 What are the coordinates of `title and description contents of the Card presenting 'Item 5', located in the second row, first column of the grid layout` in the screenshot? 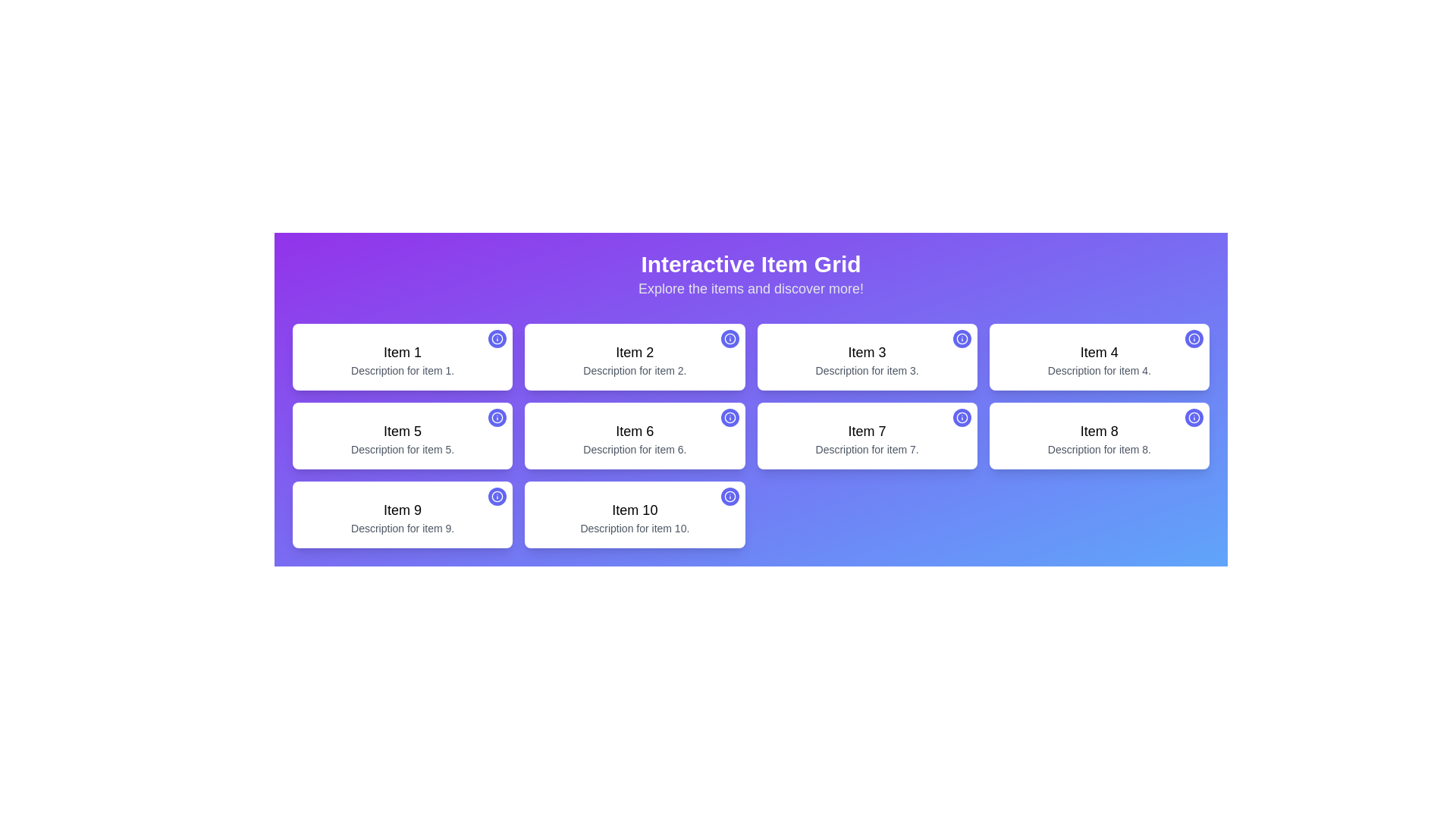 It's located at (403, 435).